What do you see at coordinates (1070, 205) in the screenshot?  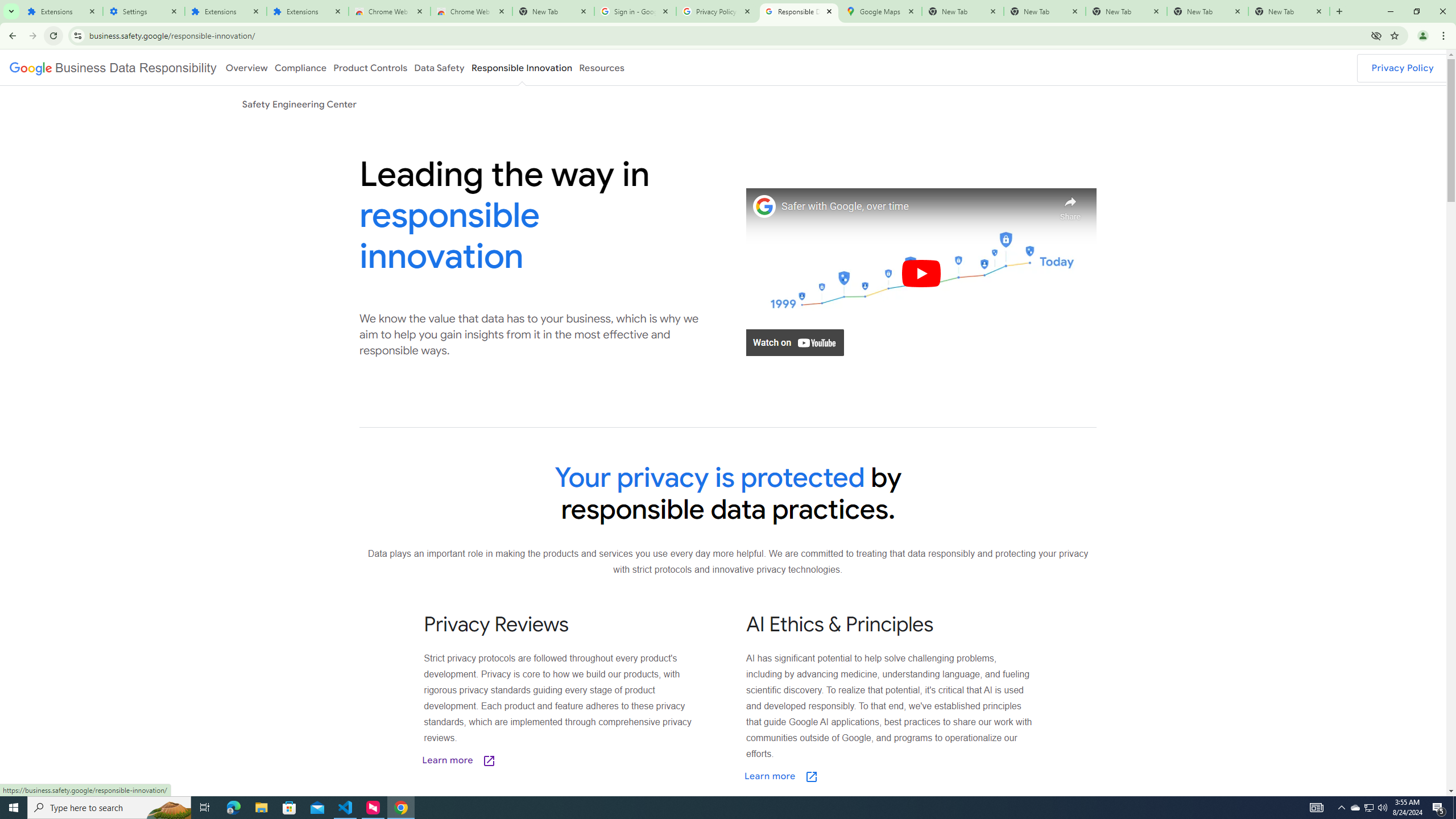 I see `'Share'` at bounding box center [1070, 205].